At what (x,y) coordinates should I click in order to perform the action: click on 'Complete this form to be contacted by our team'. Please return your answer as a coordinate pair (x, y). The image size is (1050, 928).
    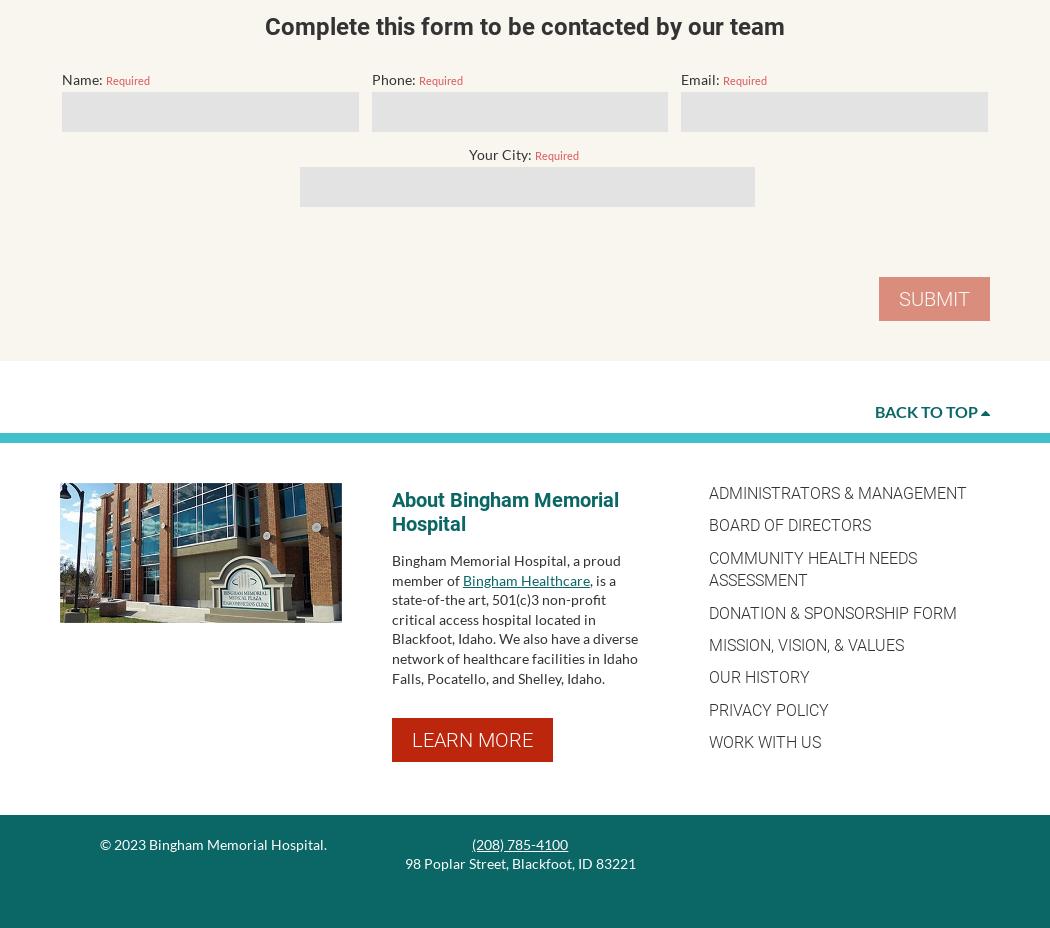
    Looking at the image, I should click on (525, 26).